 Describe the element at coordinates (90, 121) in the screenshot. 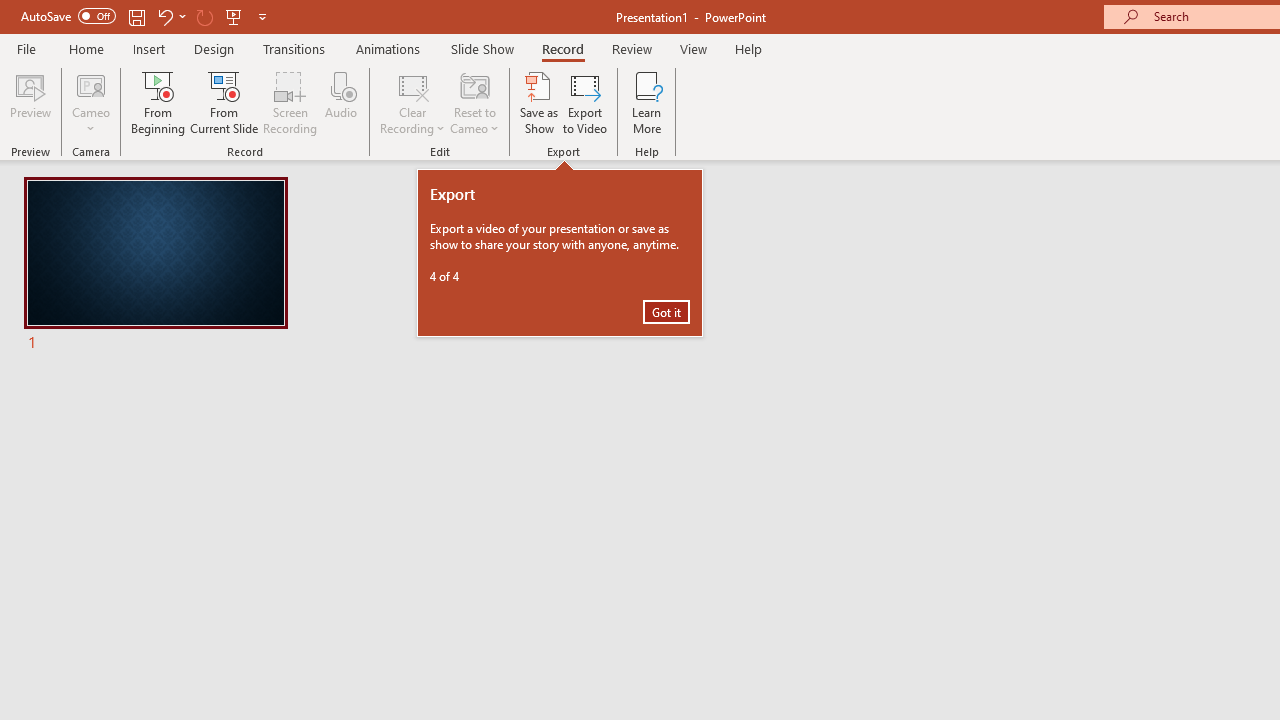

I see `'More Options'` at that location.